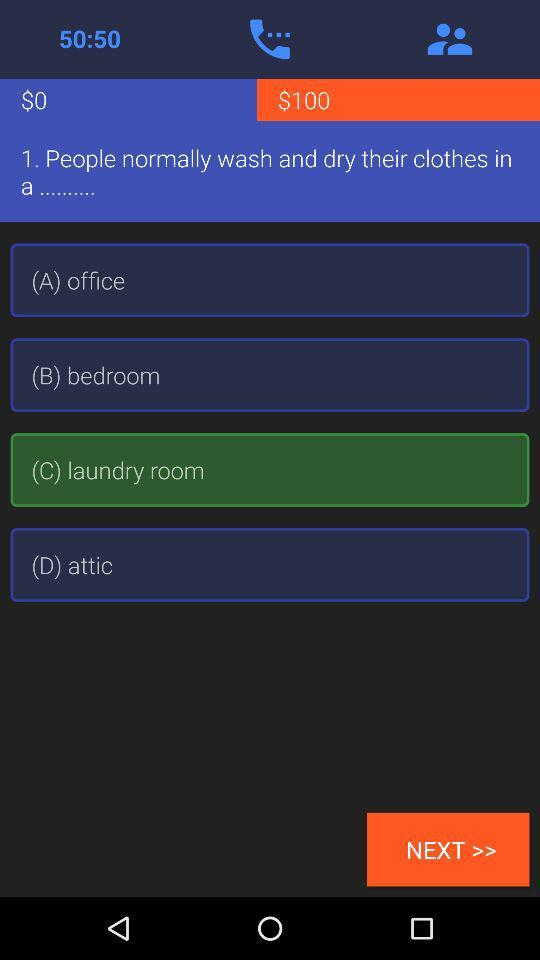 The height and width of the screenshot is (960, 540). Describe the element at coordinates (270, 470) in the screenshot. I see `the app above (d) attic` at that location.